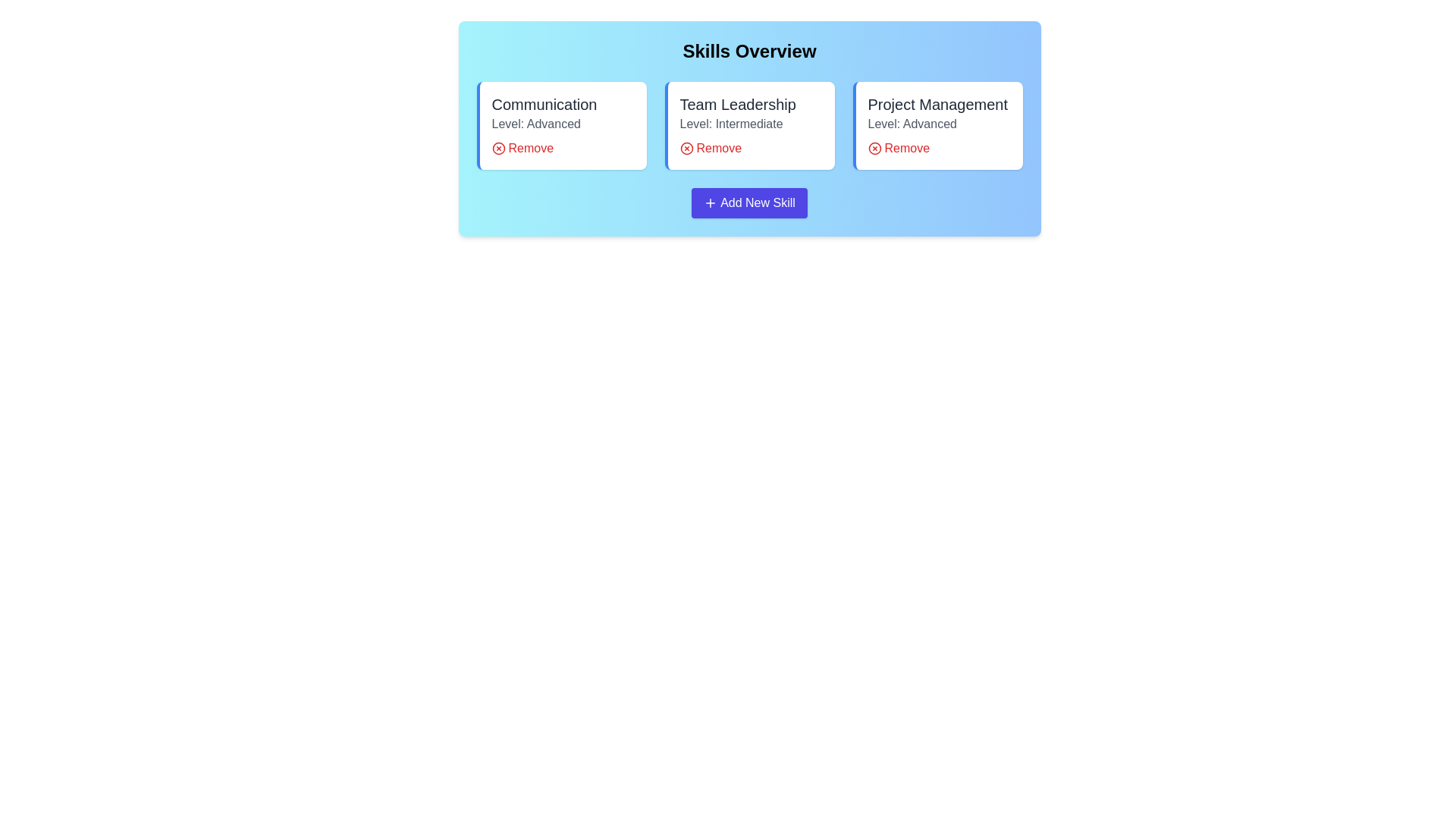 The width and height of the screenshot is (1456, 819). I want to click on 'Remove' button for the skill Project Management, so click(899, 149).